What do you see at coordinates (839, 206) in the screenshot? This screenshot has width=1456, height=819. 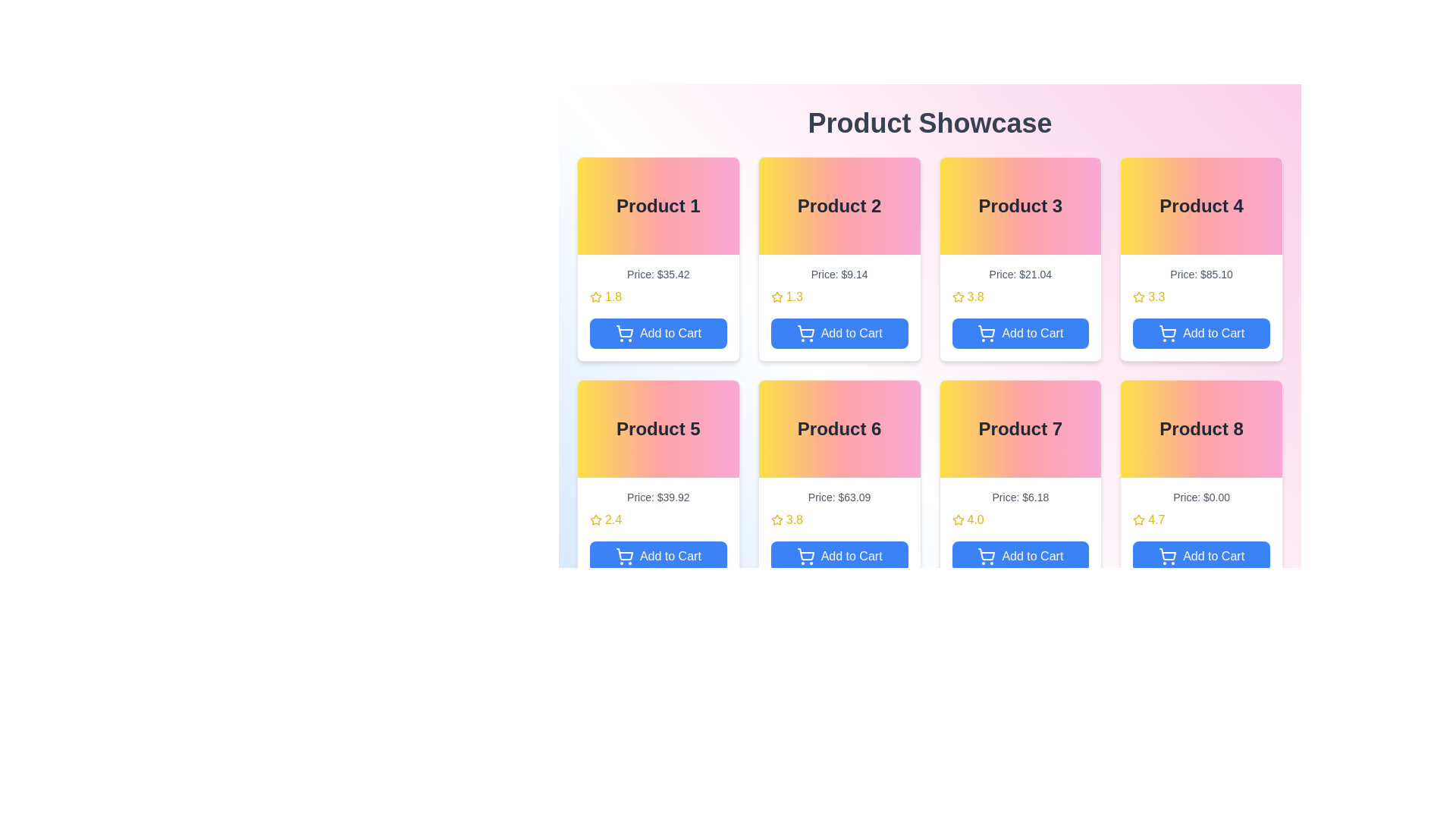 I see `title label for the product displayed in the second card of the grid layout, which is centrally placed in the gradient header and follows 'Product 1'` at bounding box center [839, 206].